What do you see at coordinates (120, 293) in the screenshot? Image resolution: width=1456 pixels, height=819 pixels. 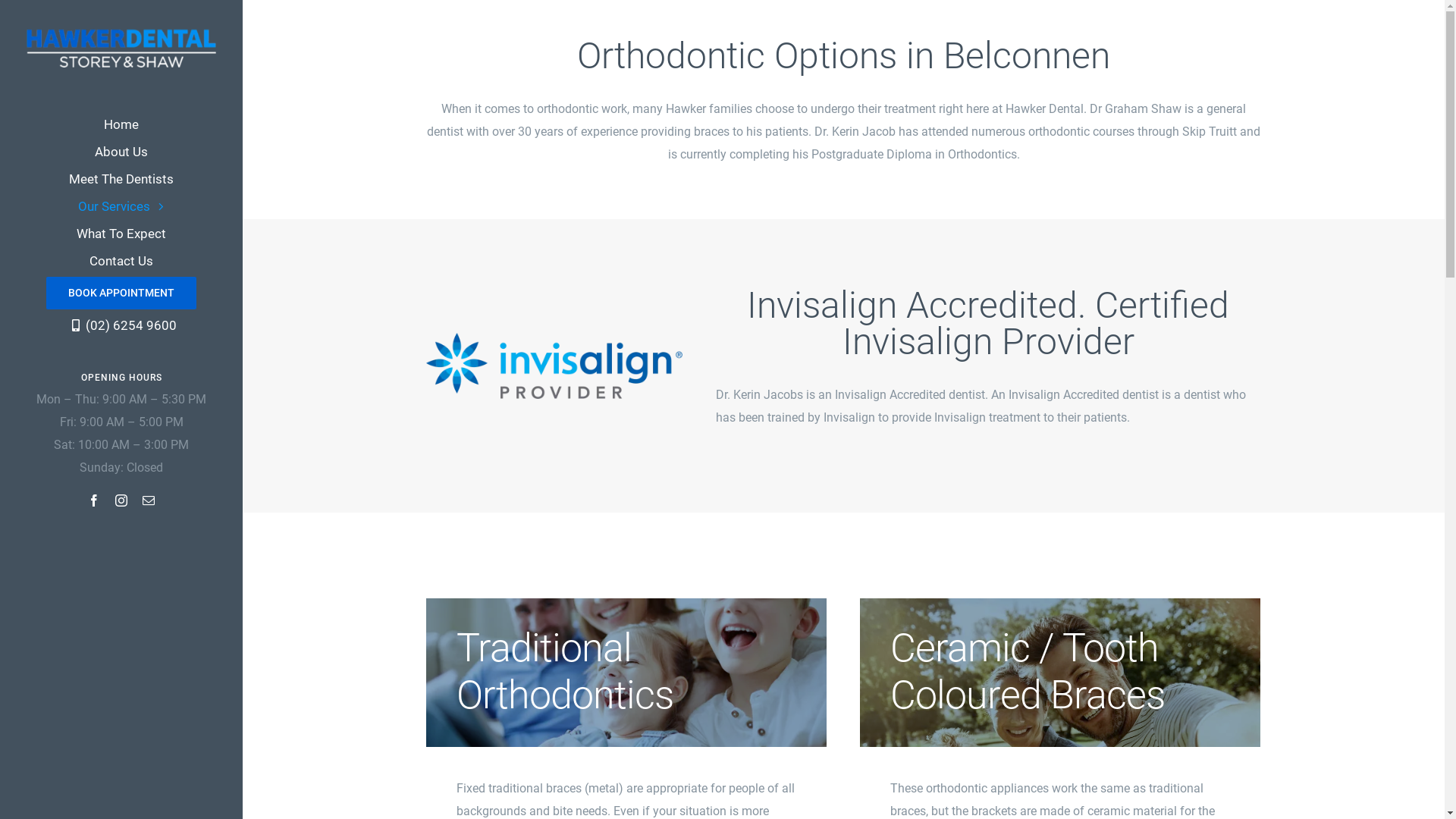 I see `'BOOK APPOINTMENT'` at bounding box center [120, 293].